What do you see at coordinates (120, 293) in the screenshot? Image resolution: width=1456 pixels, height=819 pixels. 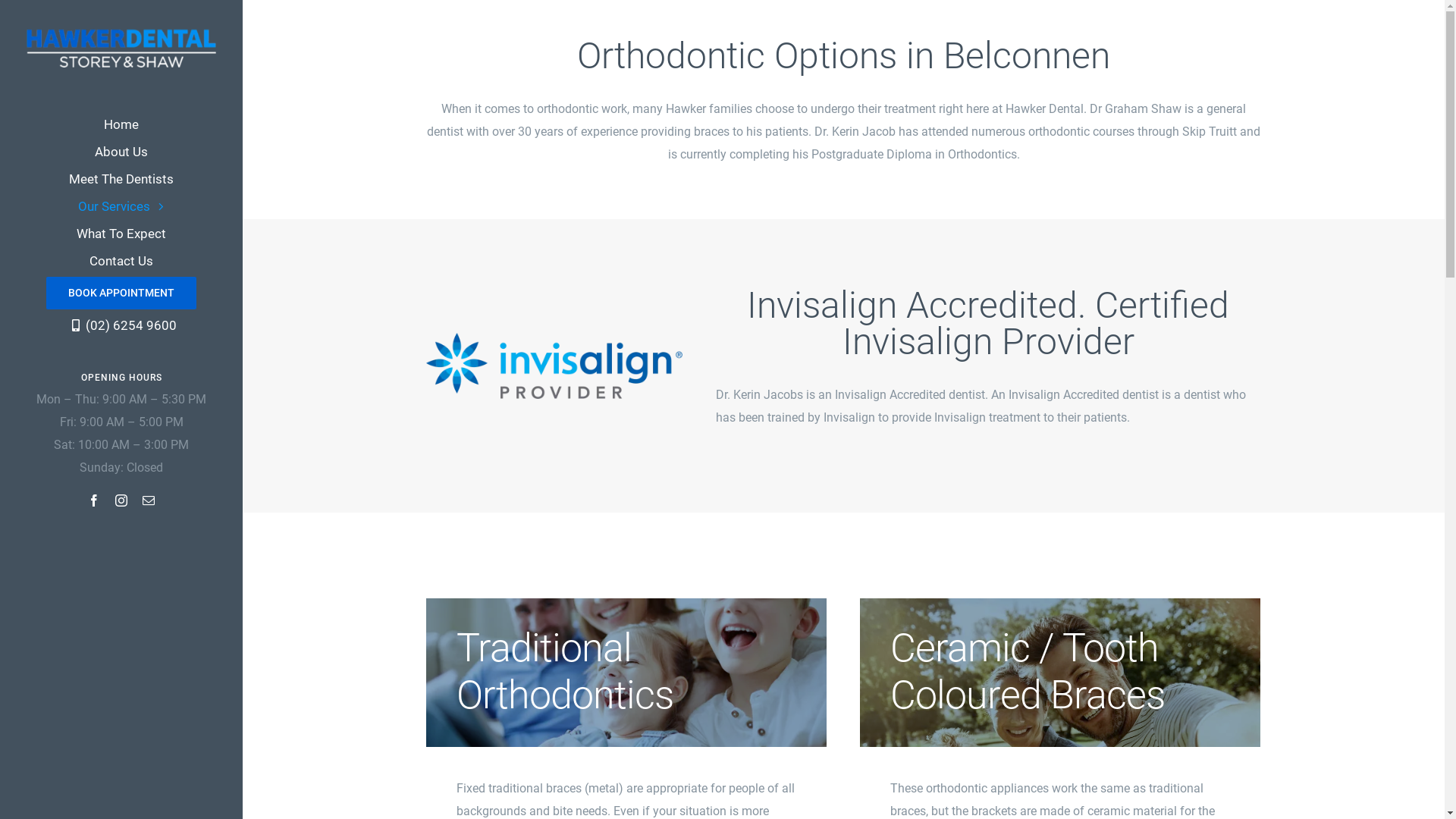 I see `'BOOK APPOINTMENT'` at bounding box center [120, 293].